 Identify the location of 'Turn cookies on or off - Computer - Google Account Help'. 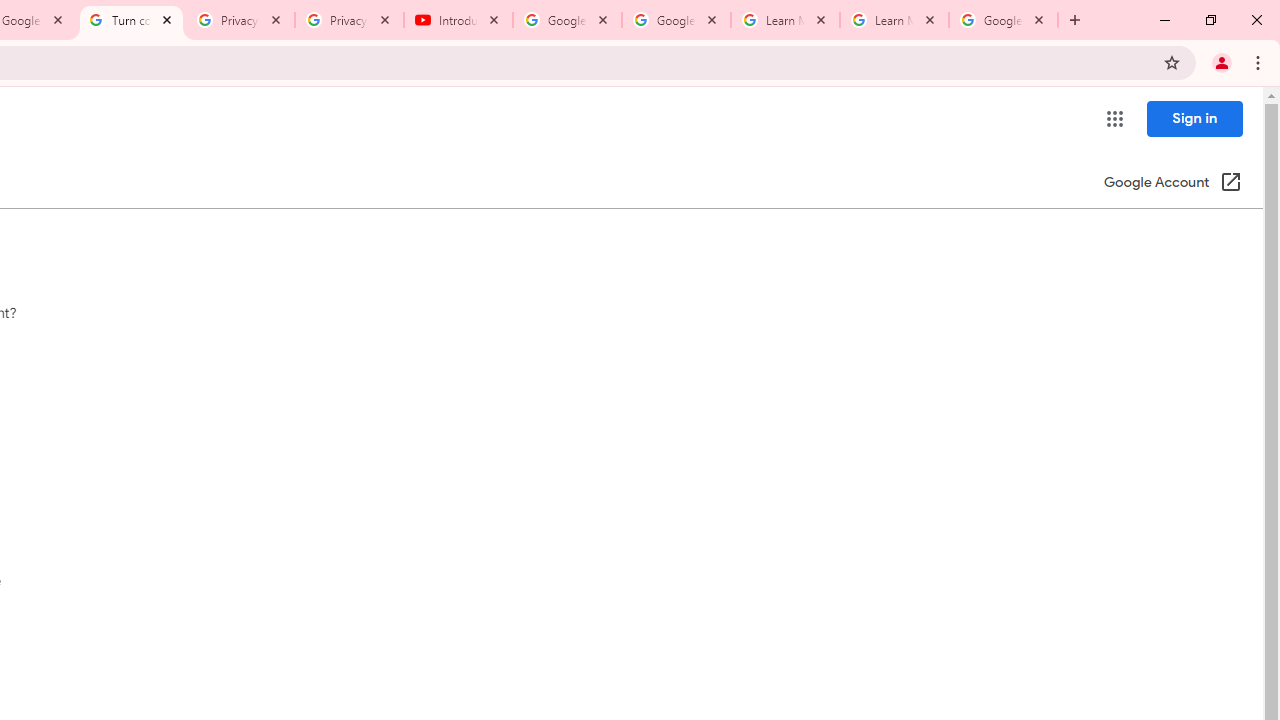
(130, 20).